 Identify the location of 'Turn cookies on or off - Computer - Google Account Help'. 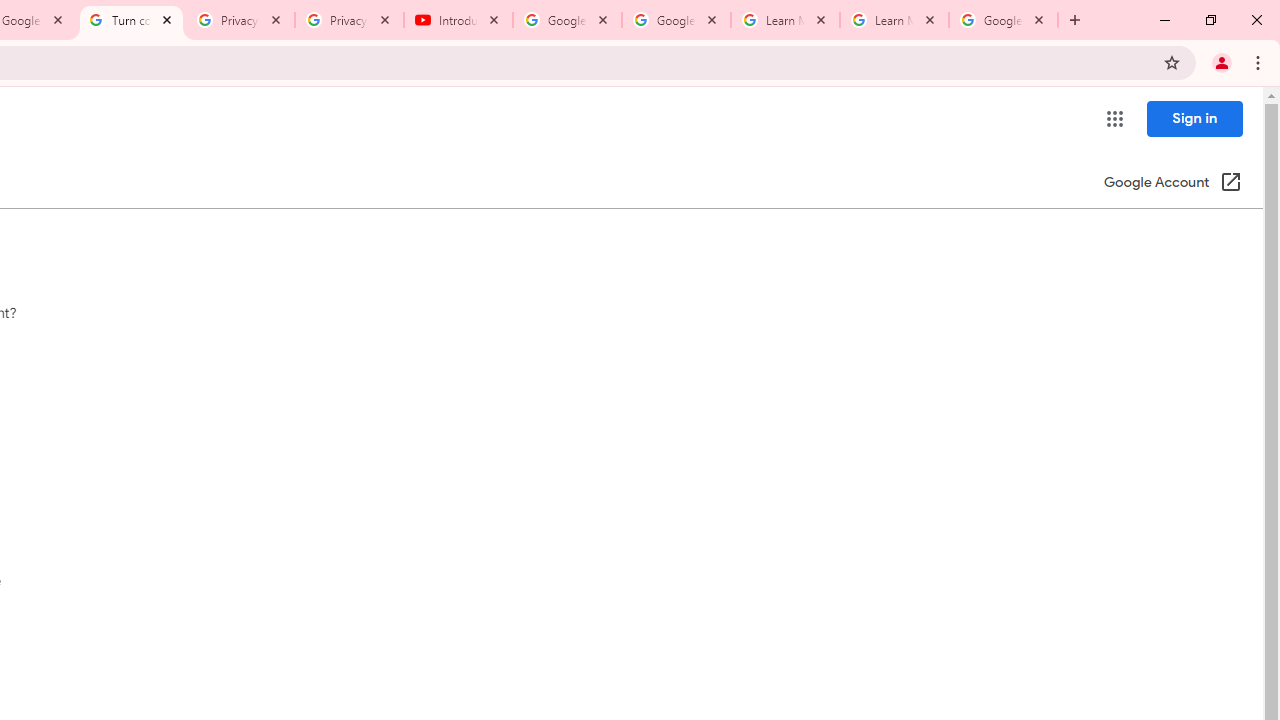
(130, 20).